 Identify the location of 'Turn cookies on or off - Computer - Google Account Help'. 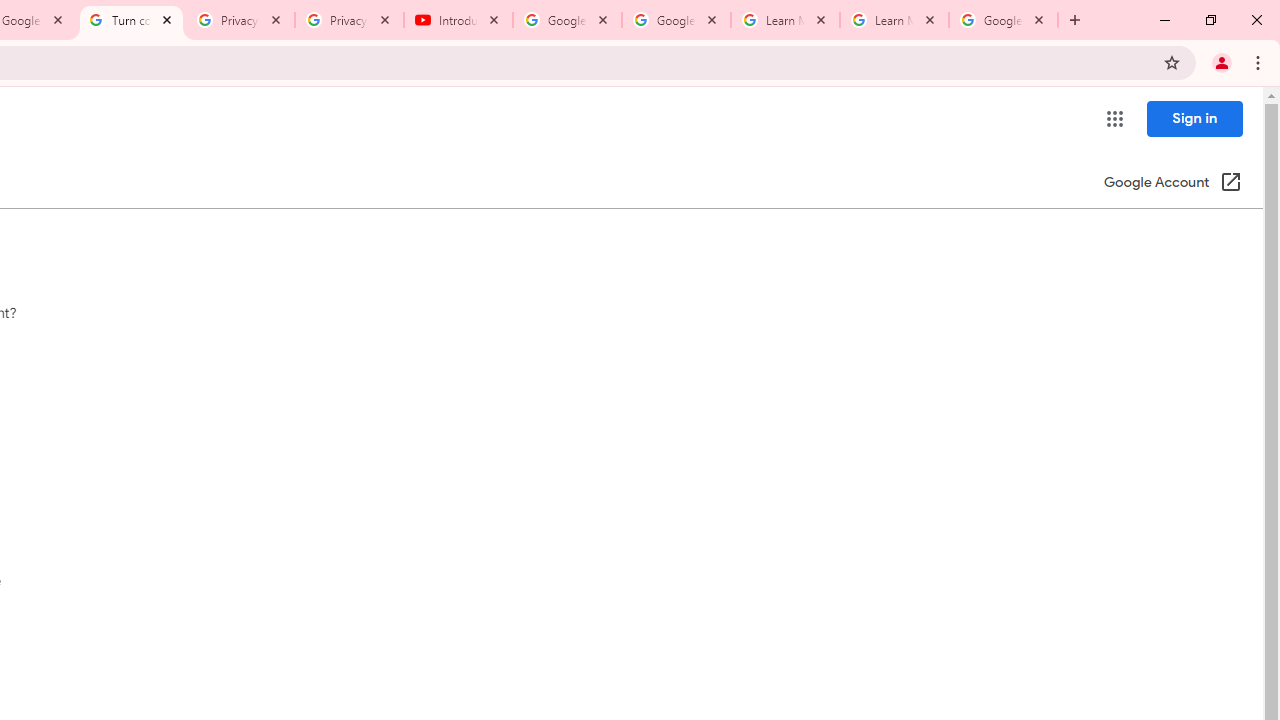
(130, 20).